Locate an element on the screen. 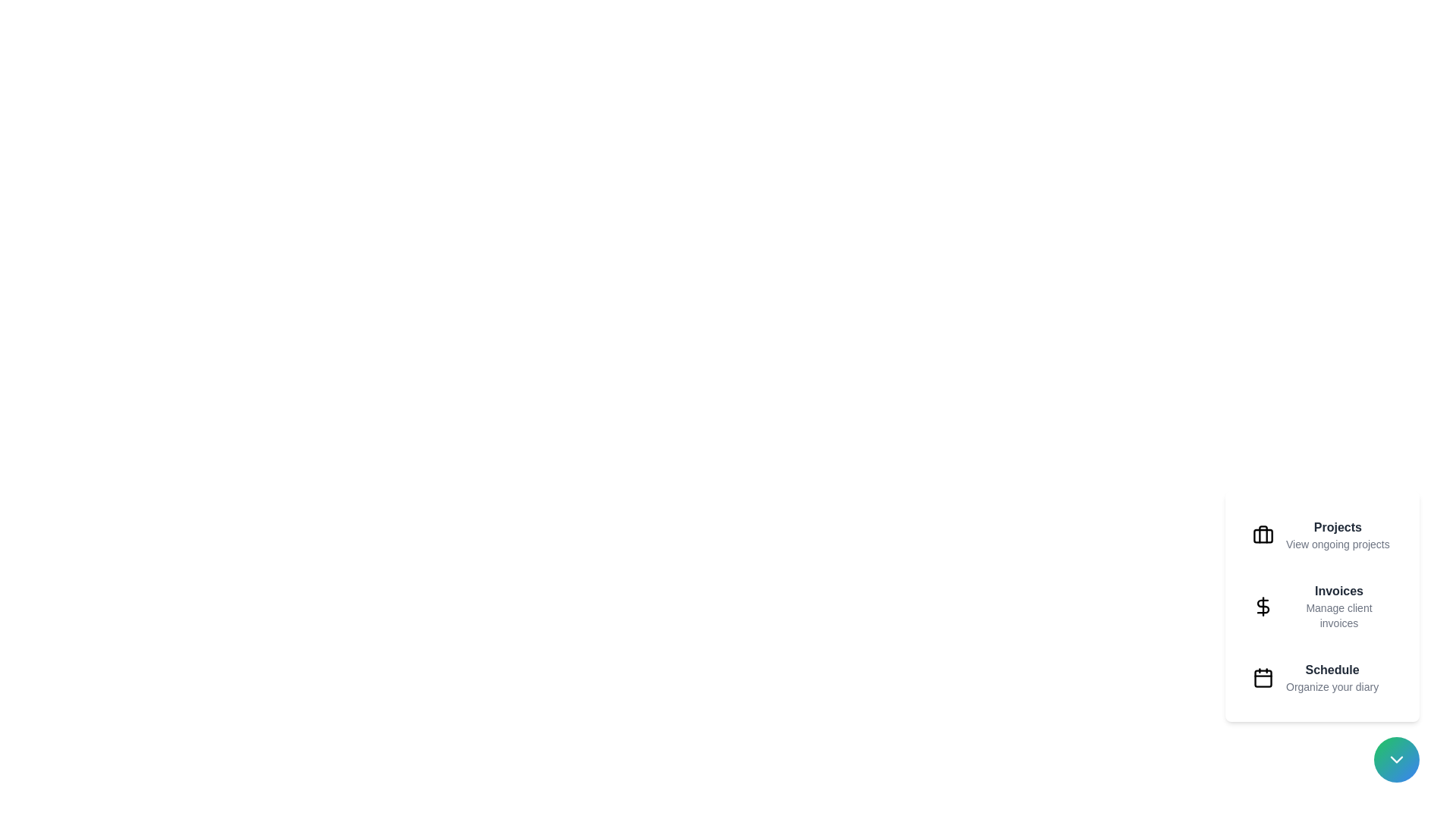 Image resolution: width=1456 pixels, height=819 pixels. the menu item Projects to highlight it is located at coordinates (1321, 534).